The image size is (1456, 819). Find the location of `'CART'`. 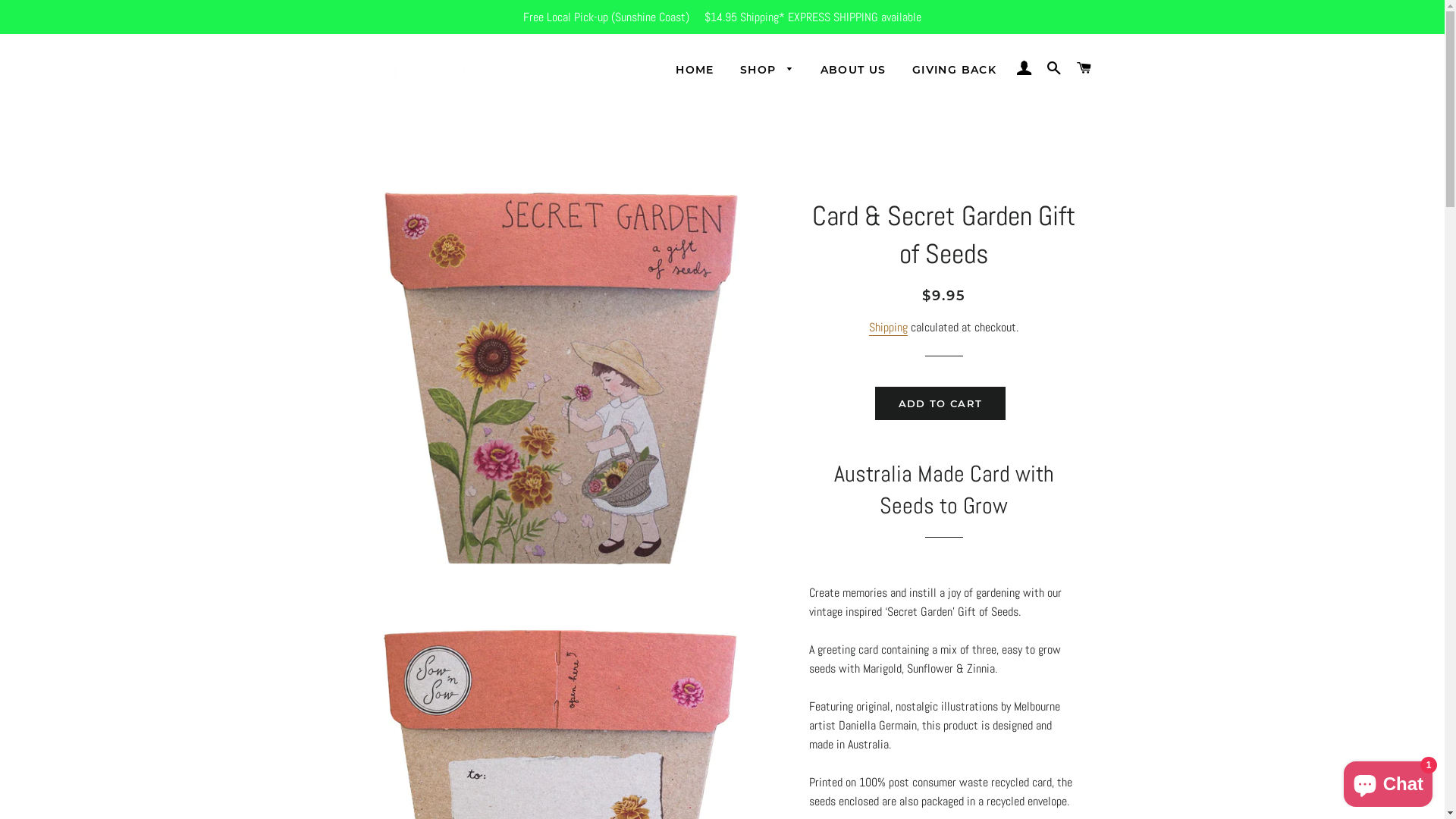

'CART' is located at coordinates (1083, 67).